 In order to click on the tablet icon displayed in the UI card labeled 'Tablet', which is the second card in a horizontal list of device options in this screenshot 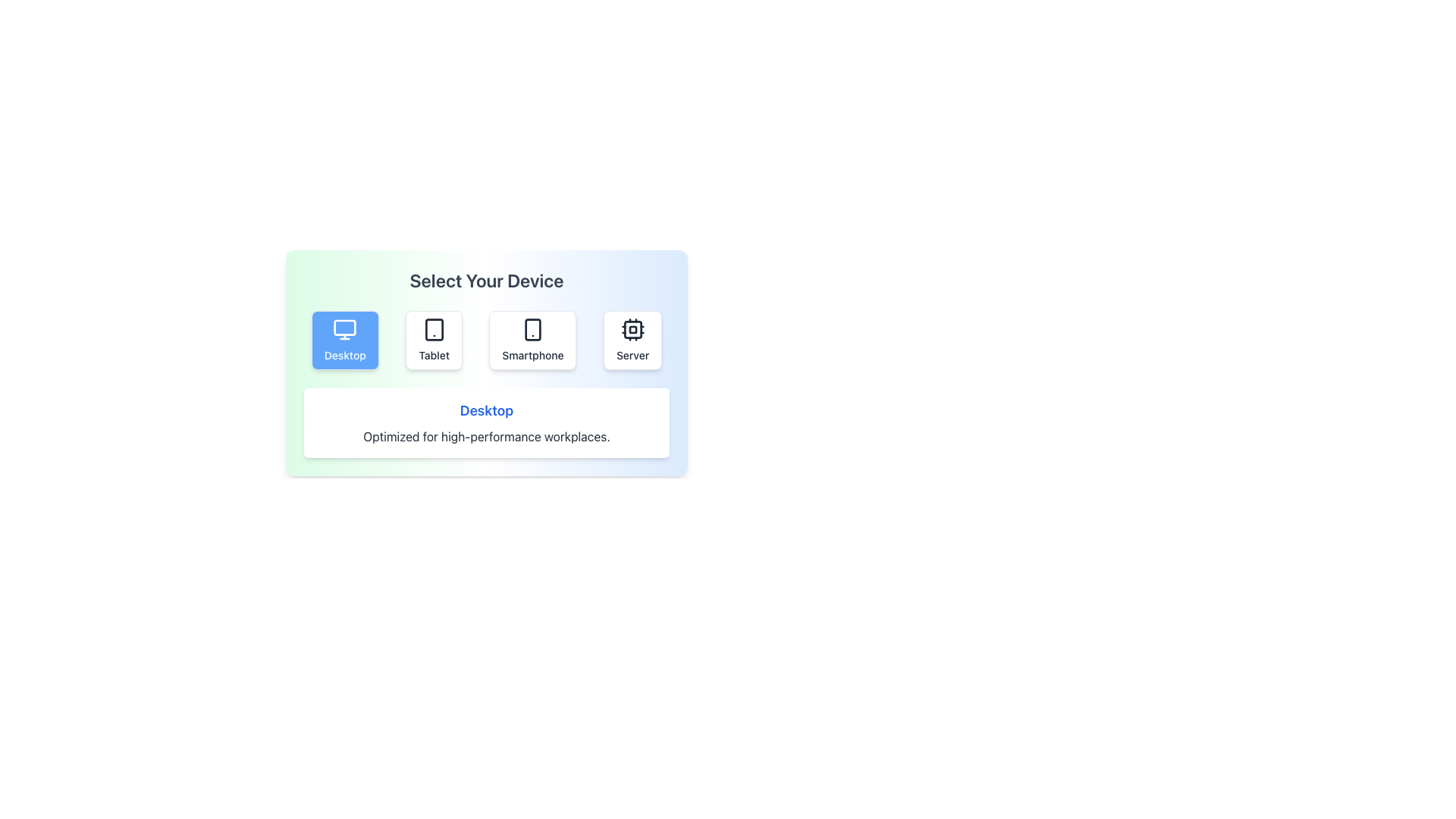, I will do `click(433, 329)`.